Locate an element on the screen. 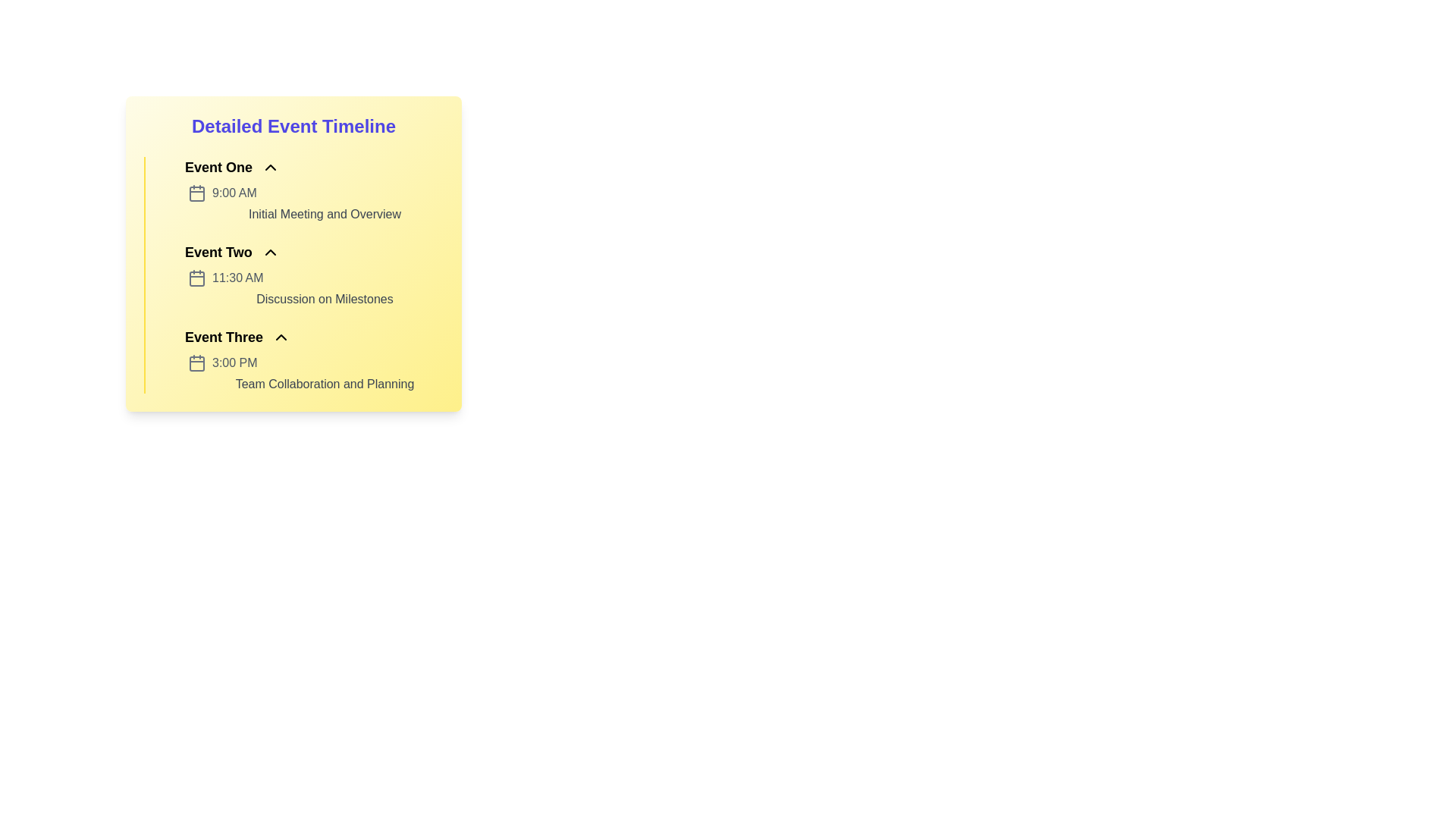 The image size is (1456, 819). the informational display element for 'Event One', which is the first event listed in the timeline interface, to interact with its features is located at coordinates (303, 189).